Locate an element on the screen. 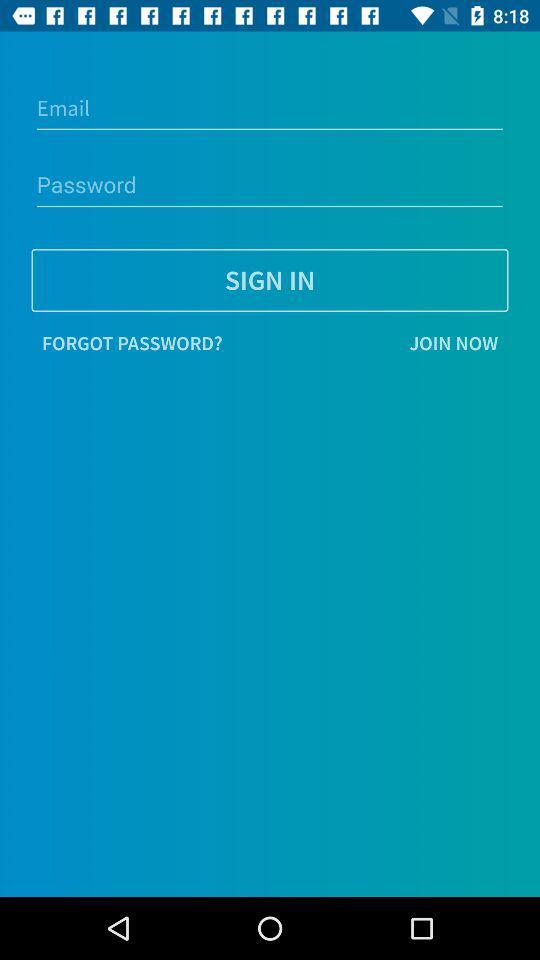 The height and width of the screenshot is (960, 540). icon to the left of the join now icon is located at coordinates (132, 343).